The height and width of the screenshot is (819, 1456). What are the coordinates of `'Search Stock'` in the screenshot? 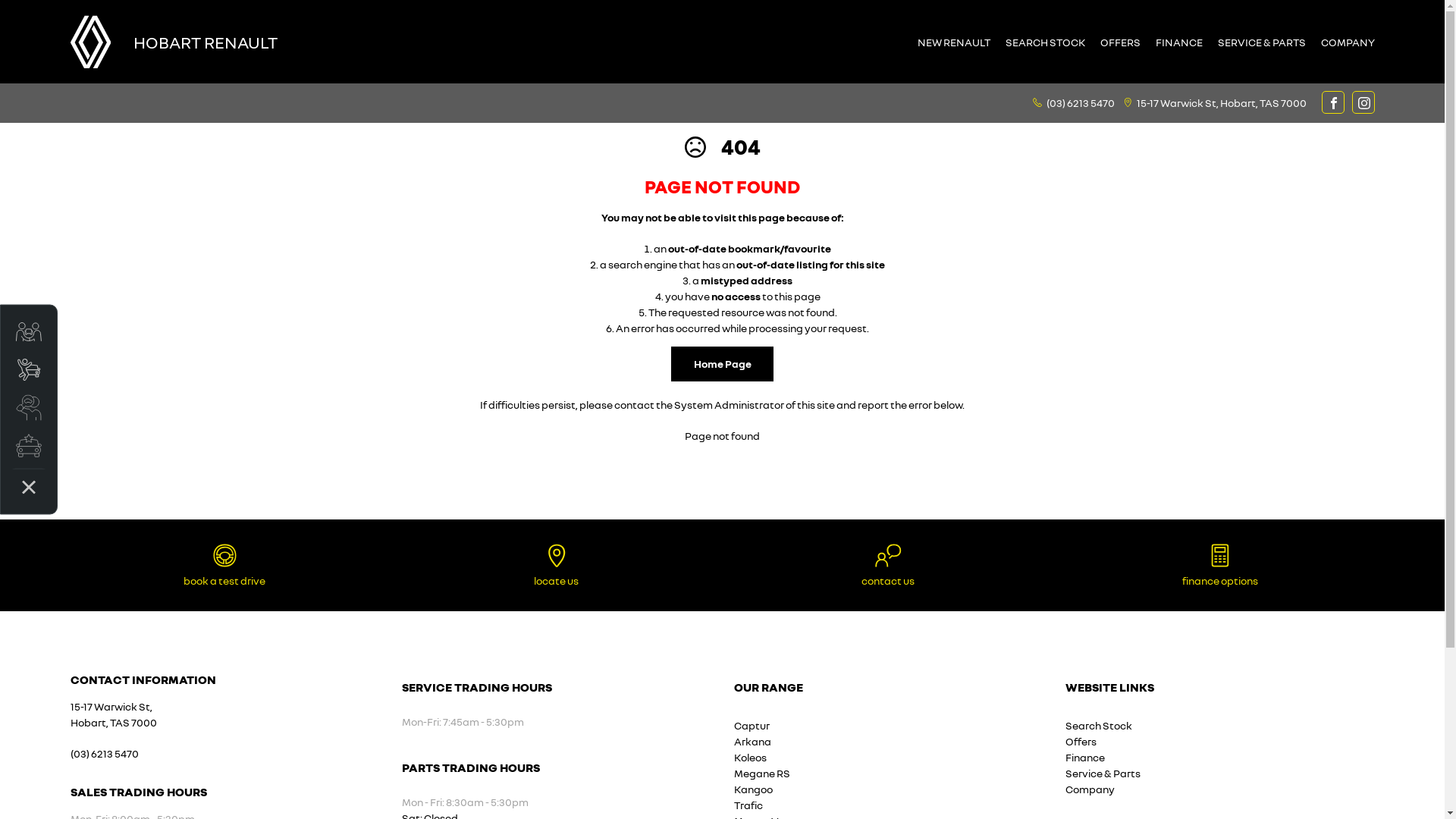 It's located at (1099, 724).